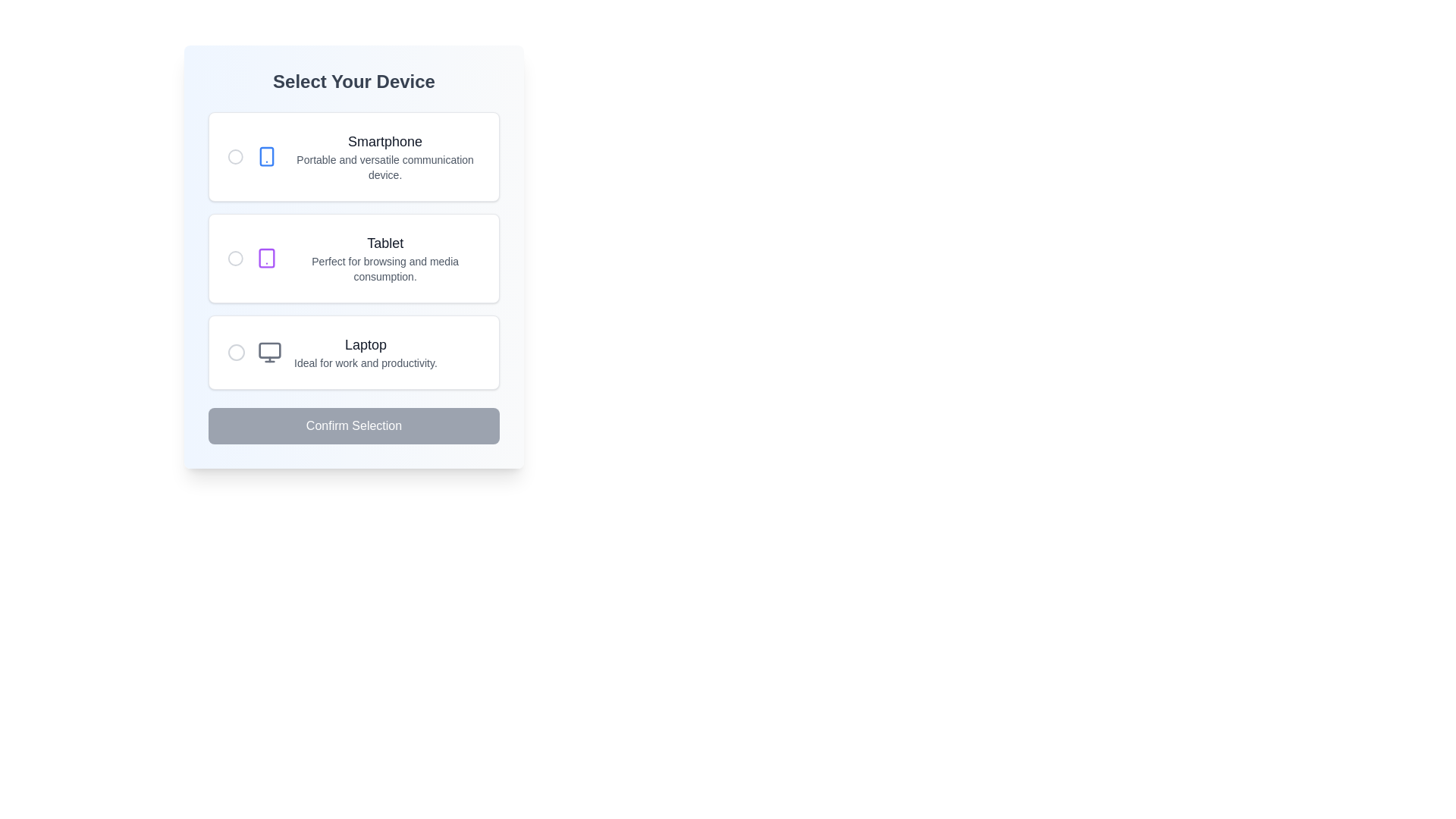 The width and height of the screenshot is (1456, 819). Describe the element at coordinates (368, 257) in the screenshot. I see `to select the second option in the device selection interface for a tablet device, which is a selectable list item with an associated icon and descriptive text` at that location.